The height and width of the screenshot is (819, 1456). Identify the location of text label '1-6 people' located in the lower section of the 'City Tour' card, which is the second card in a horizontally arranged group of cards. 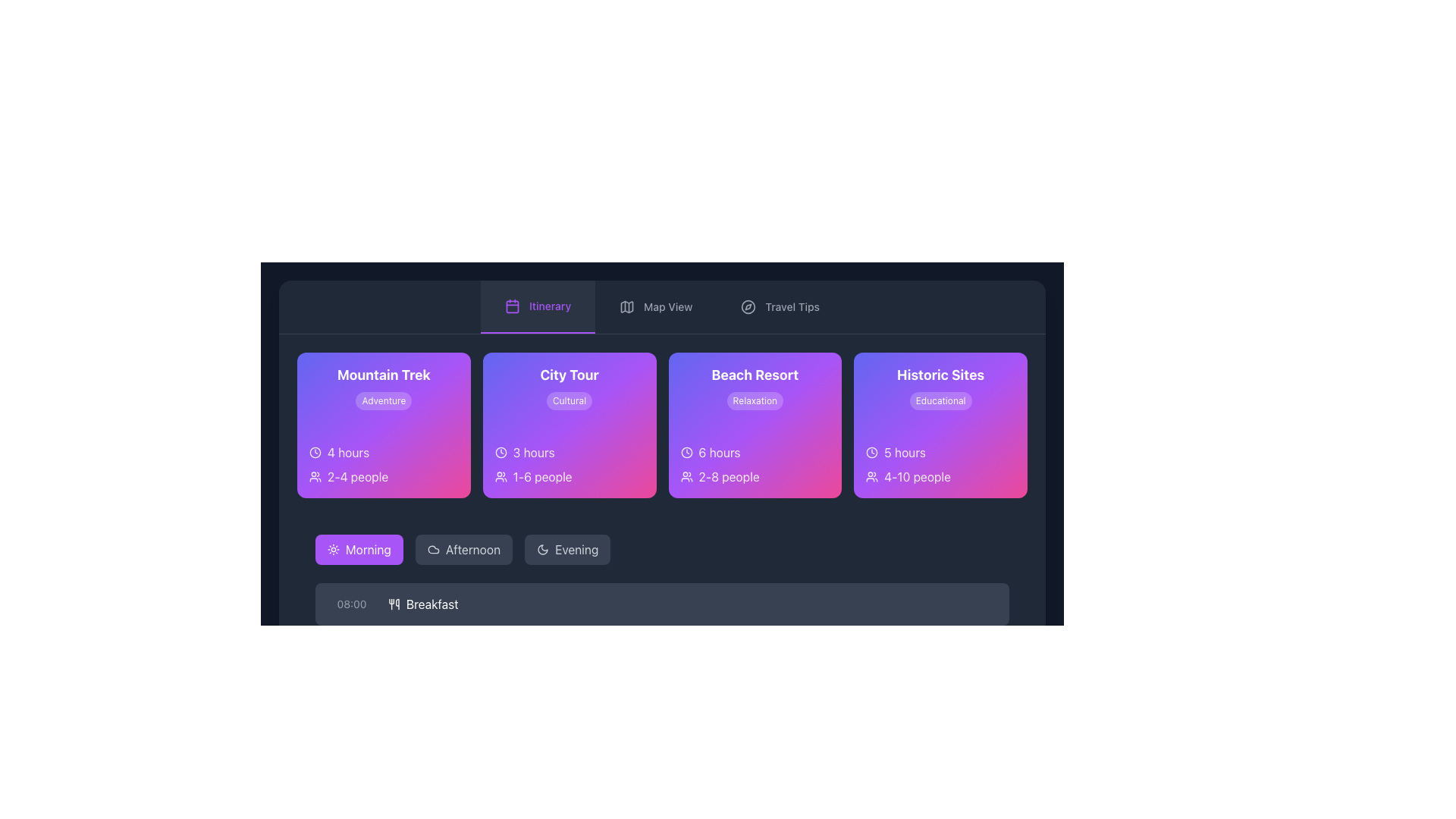
(569, 475).